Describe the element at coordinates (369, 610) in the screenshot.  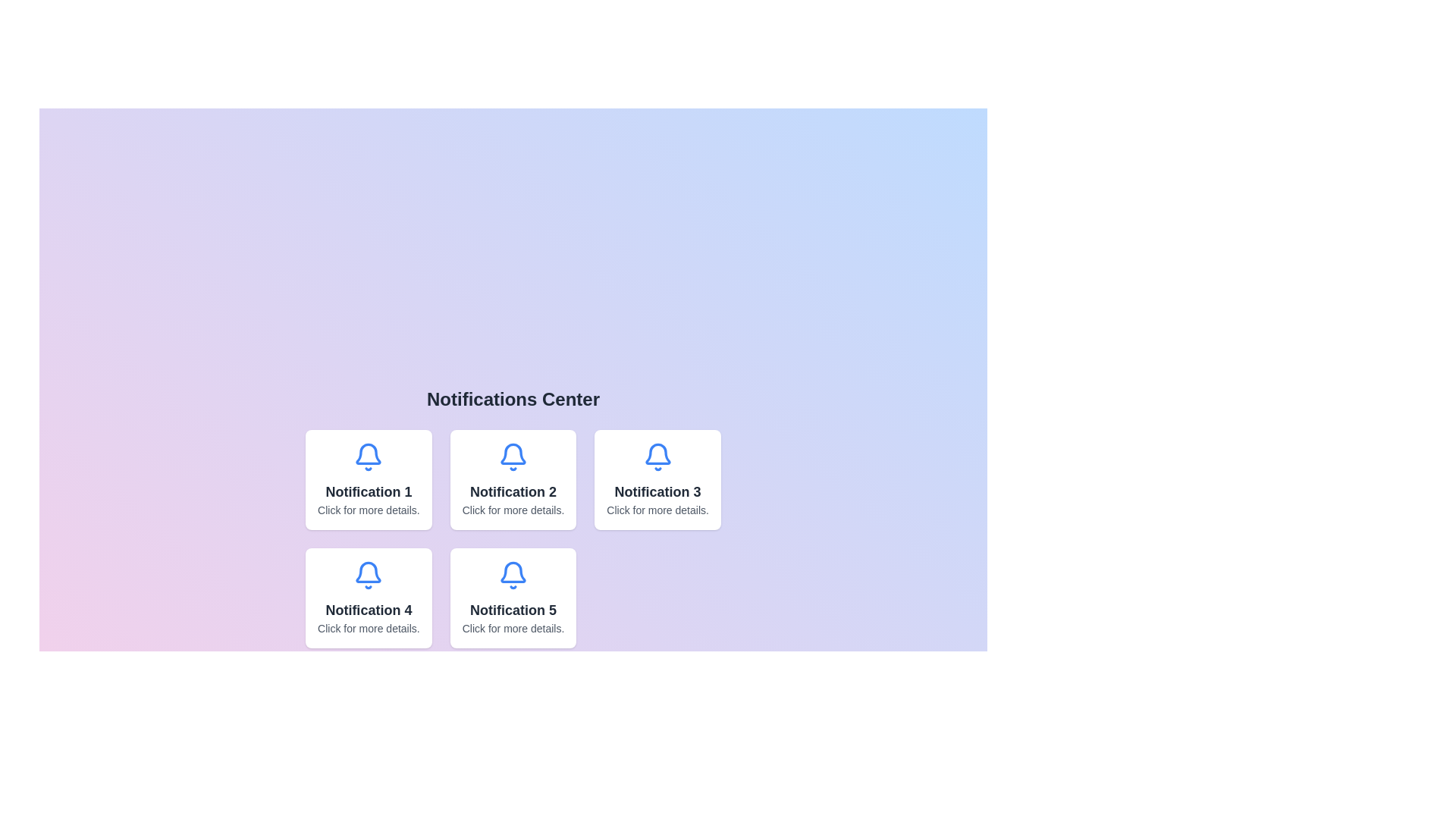
I see `the text label indicating 'Notification 4', which is positioned in the bottom-left of the notification card layout` at that location.